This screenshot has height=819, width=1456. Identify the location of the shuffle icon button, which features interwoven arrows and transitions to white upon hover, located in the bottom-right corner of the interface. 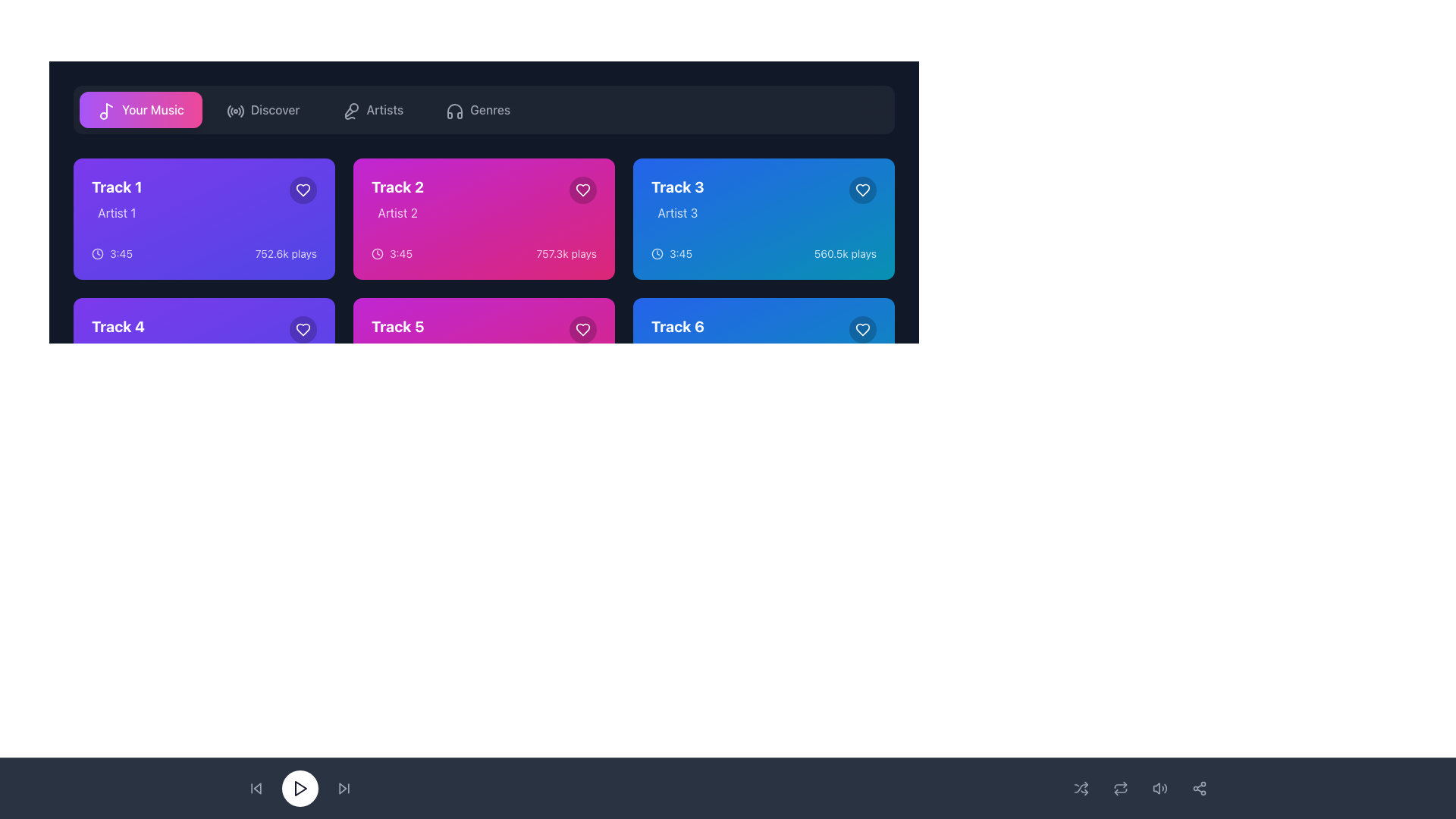
(1080, 788).